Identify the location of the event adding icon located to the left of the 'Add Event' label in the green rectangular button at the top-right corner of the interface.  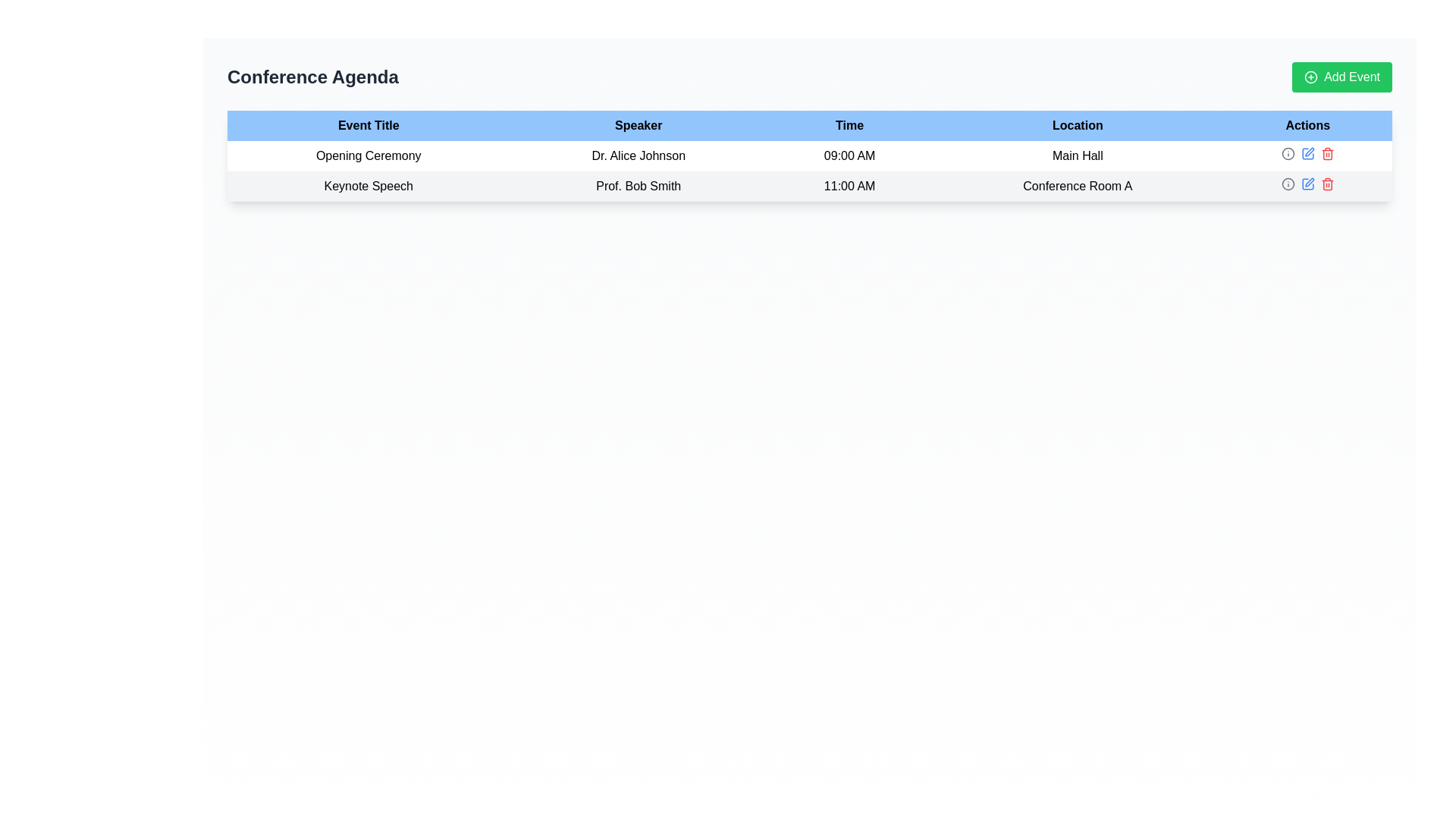
(1310, 77).